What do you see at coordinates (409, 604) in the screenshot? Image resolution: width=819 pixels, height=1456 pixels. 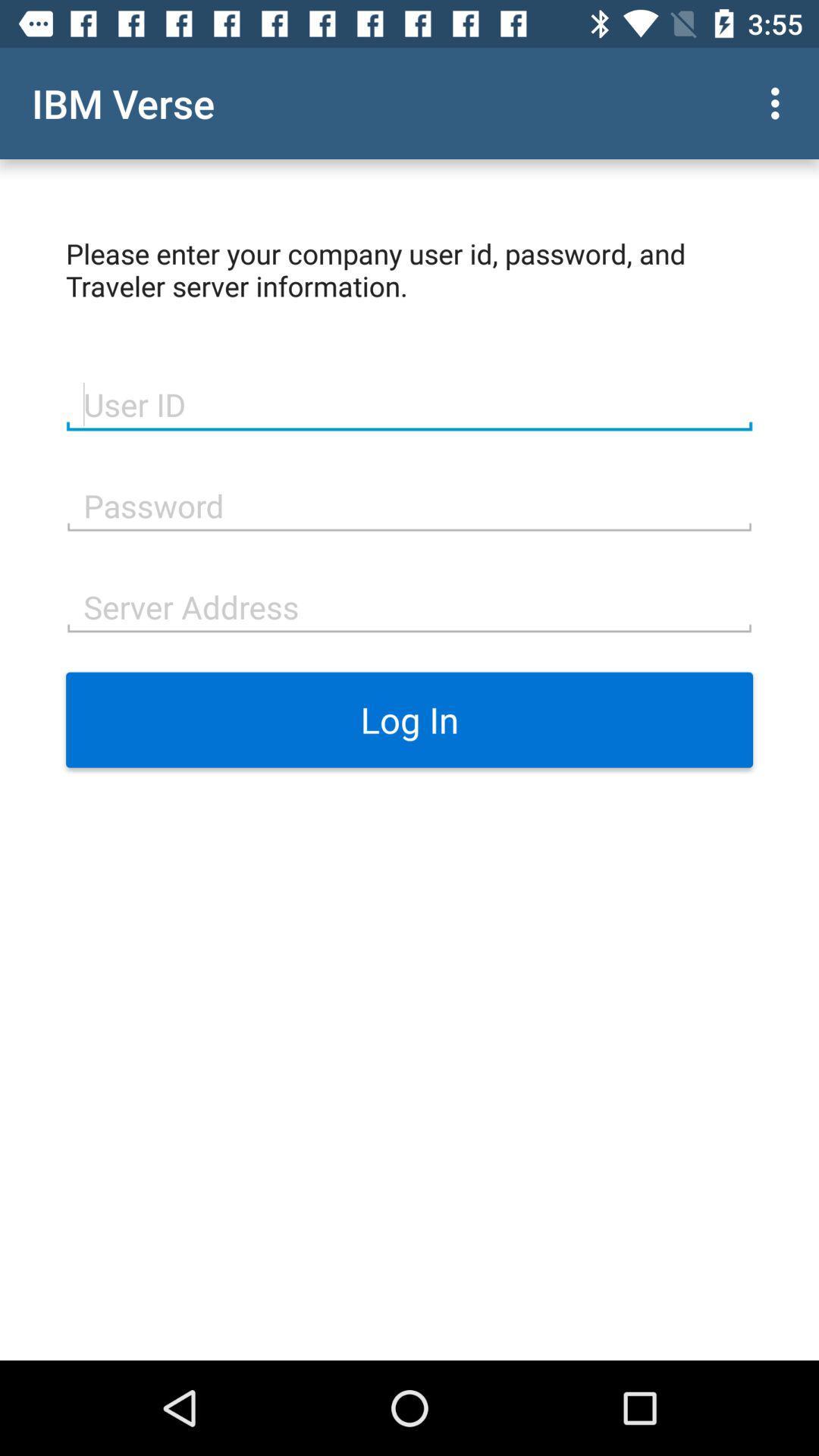 I see `icon above log in icon` at bounding box center [409, 604].